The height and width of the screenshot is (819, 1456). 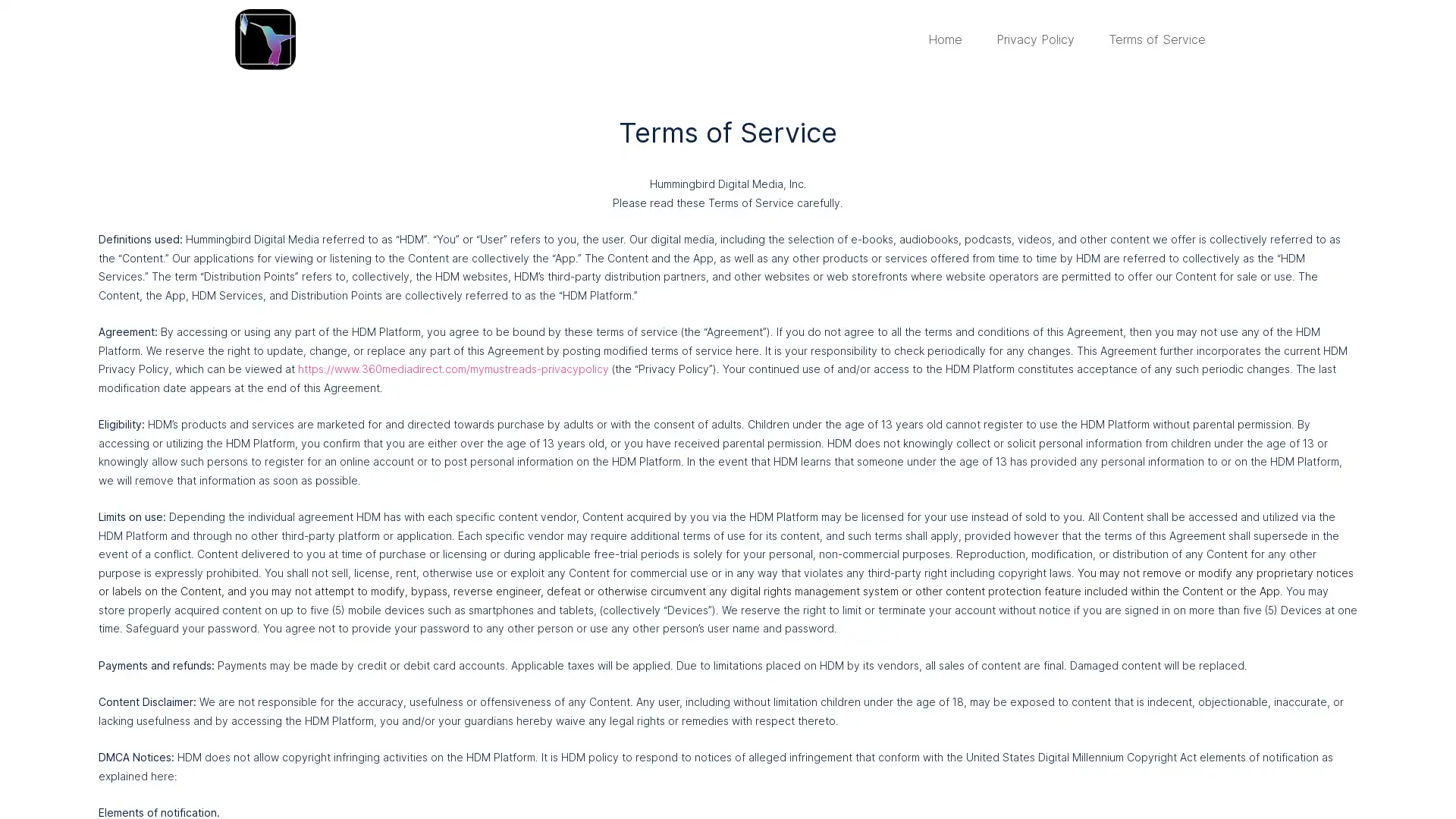 I want to click on Close, so click(x=1420, y=786).